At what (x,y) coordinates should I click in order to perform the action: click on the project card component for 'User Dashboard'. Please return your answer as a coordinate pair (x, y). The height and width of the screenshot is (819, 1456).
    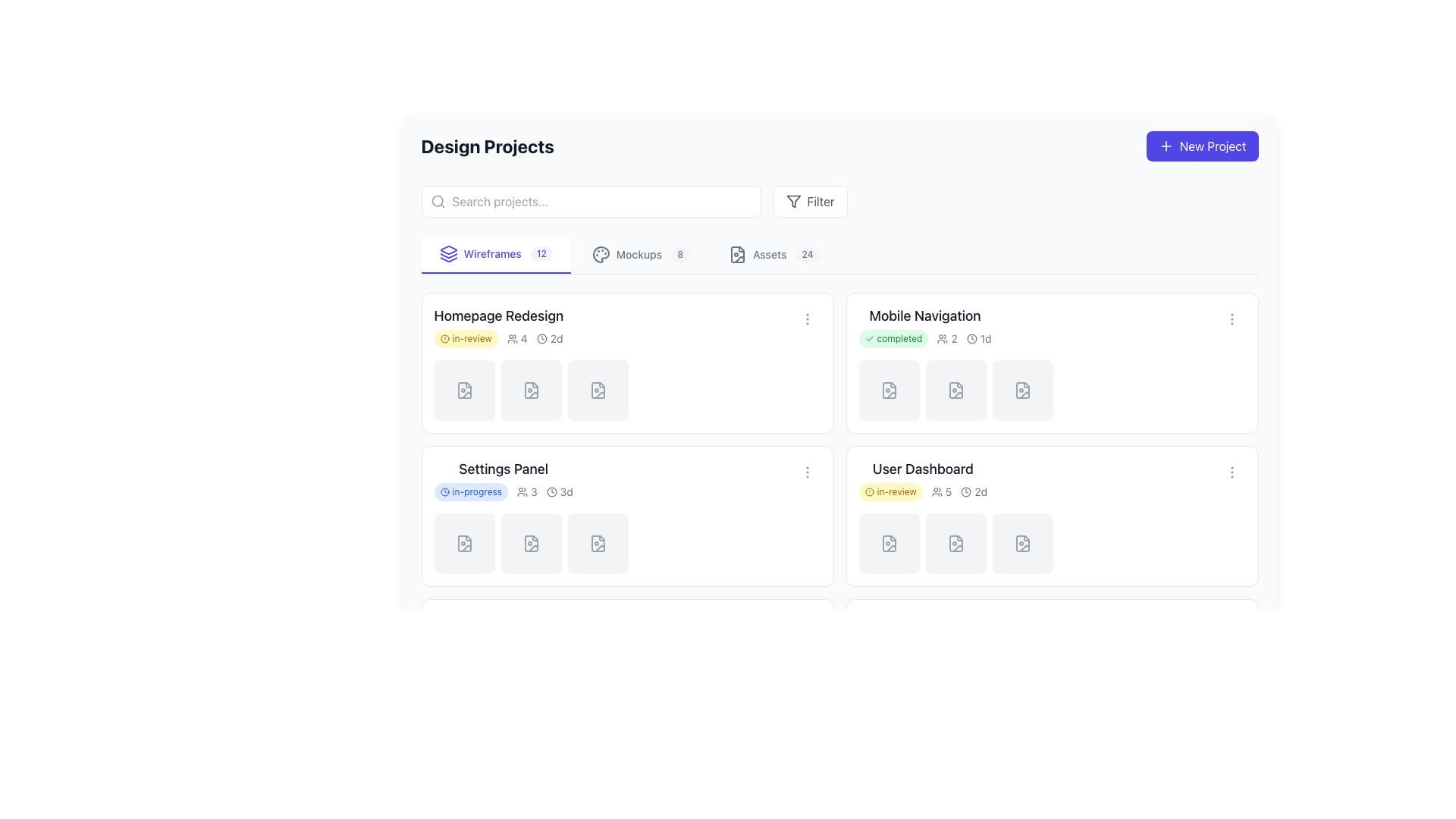
    Looking at the image, I should click on (922, 479).